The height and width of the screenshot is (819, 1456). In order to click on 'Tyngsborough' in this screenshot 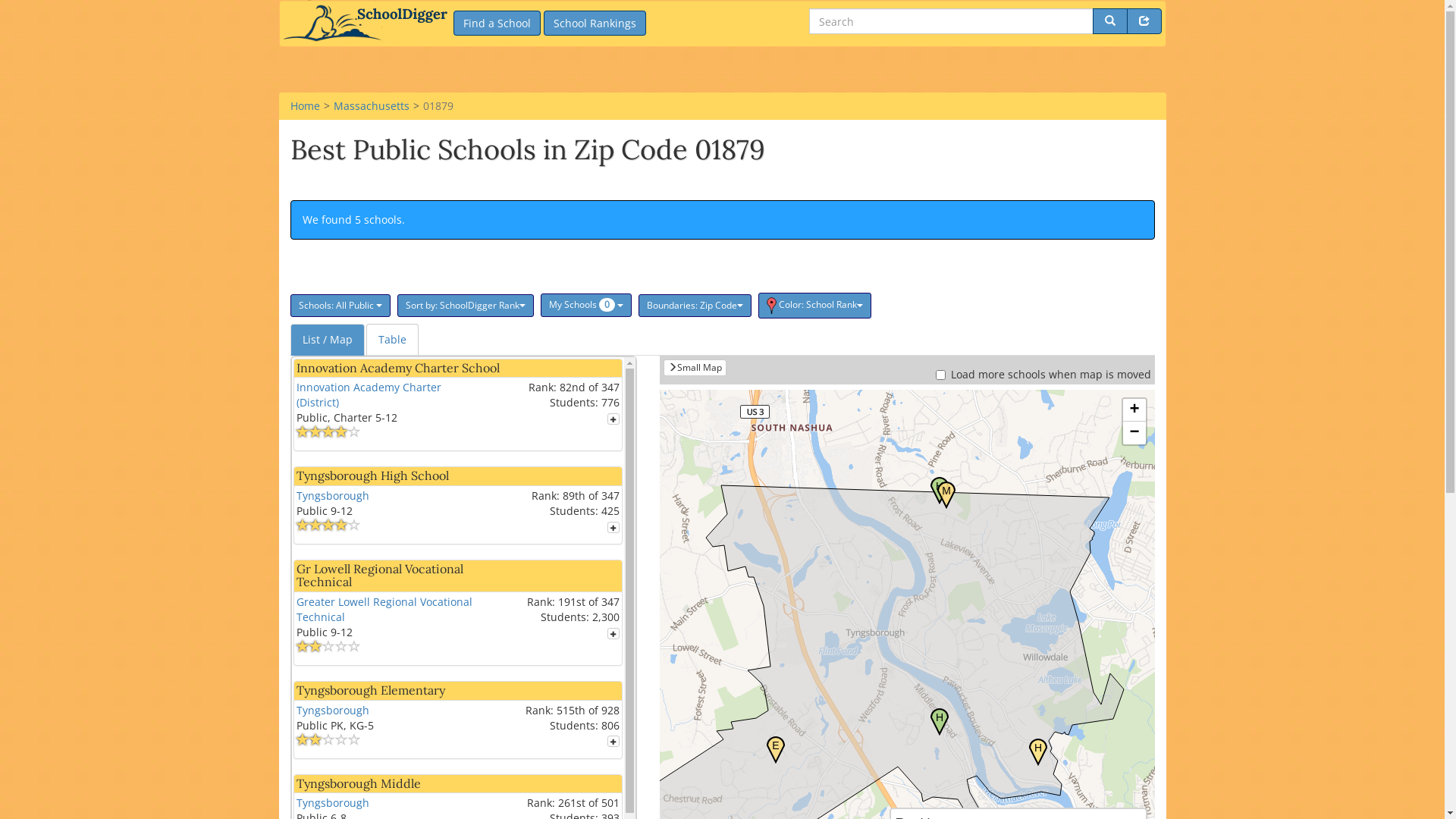, I will do `click(295, 710)`.